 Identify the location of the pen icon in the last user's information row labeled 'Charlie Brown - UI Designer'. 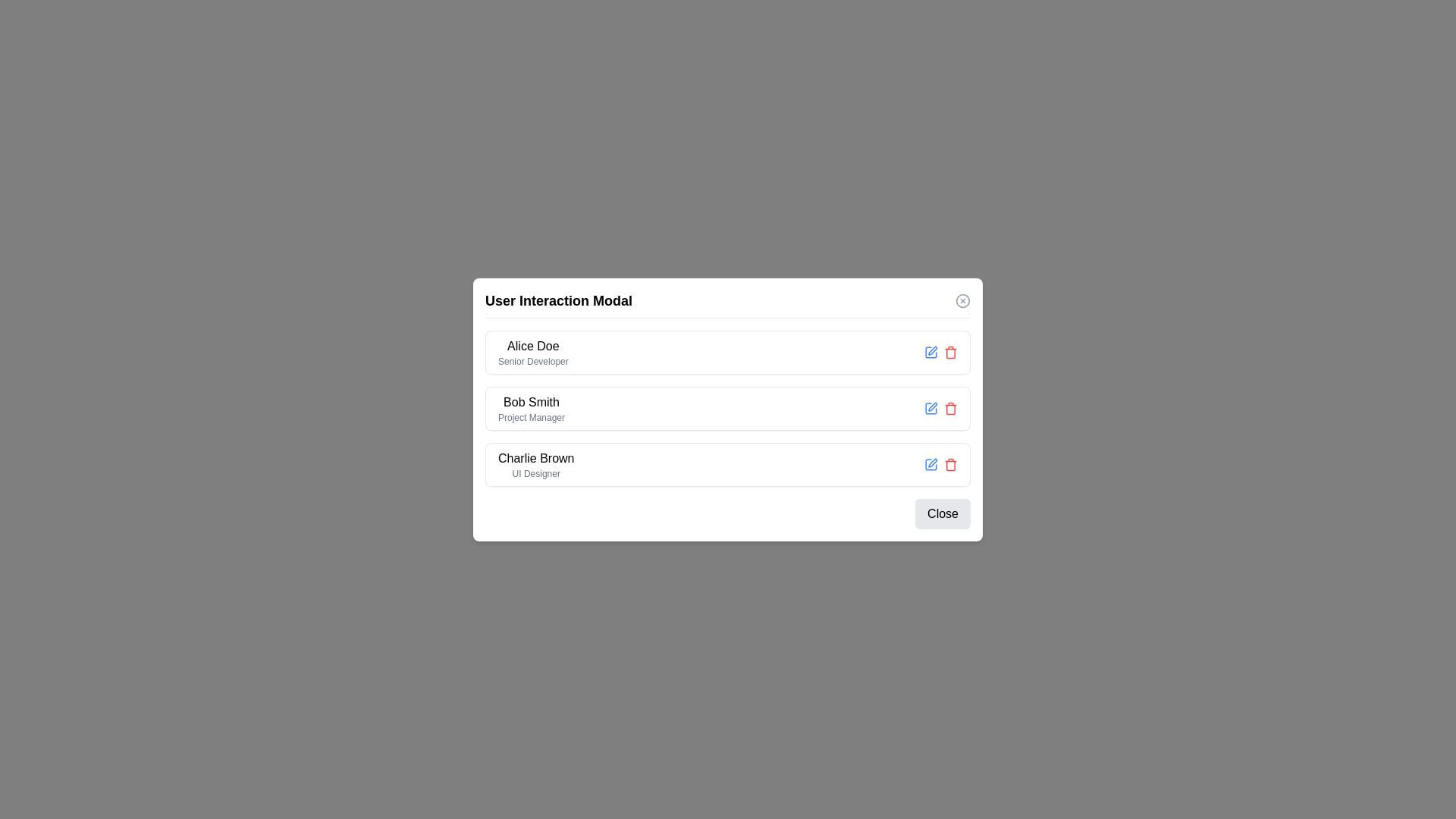
(932, 462).